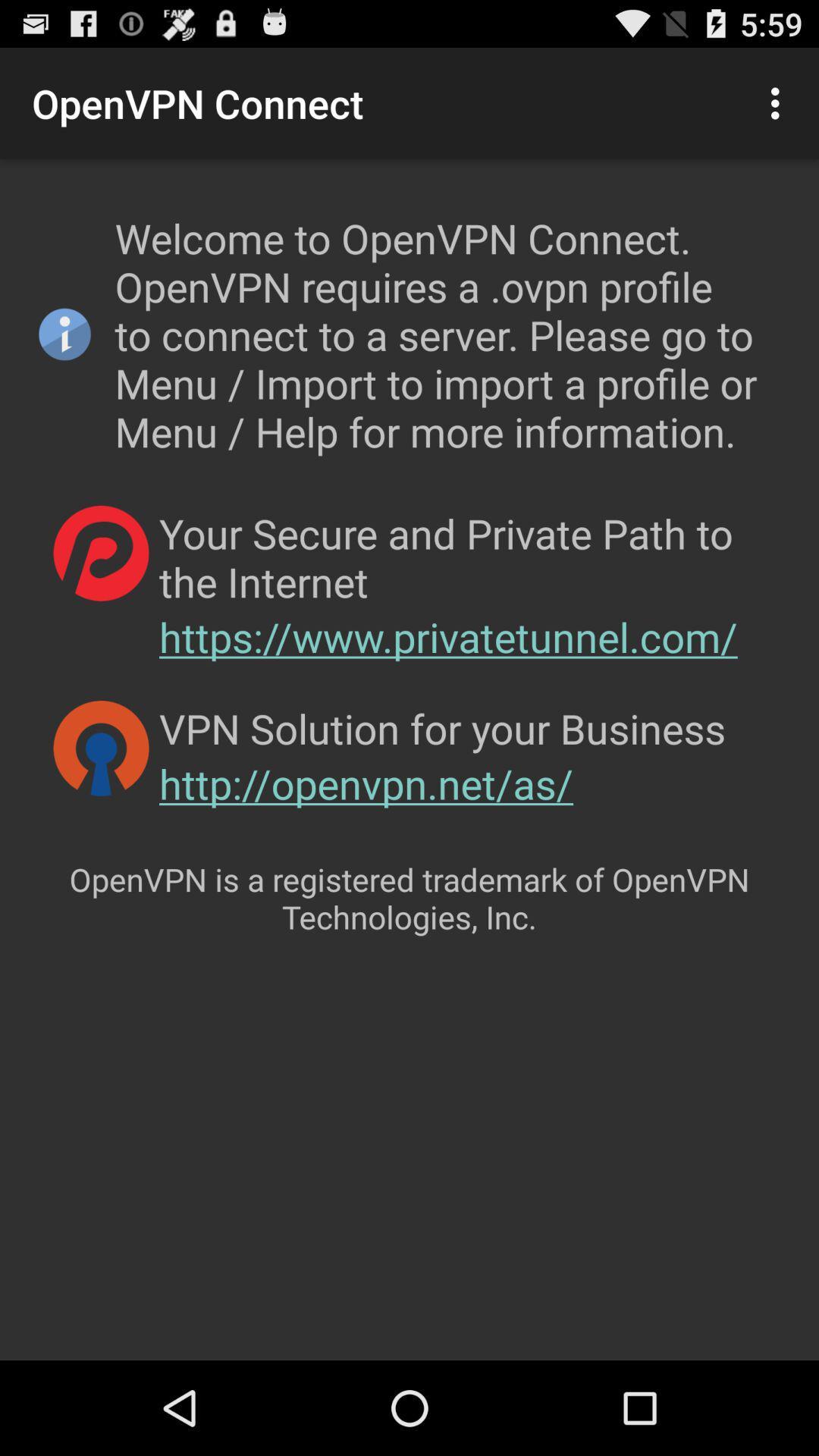 The height and width of the screenshot is (1456, 819). I want to click on icon next to the openvpn connect app, so click(779, 102).